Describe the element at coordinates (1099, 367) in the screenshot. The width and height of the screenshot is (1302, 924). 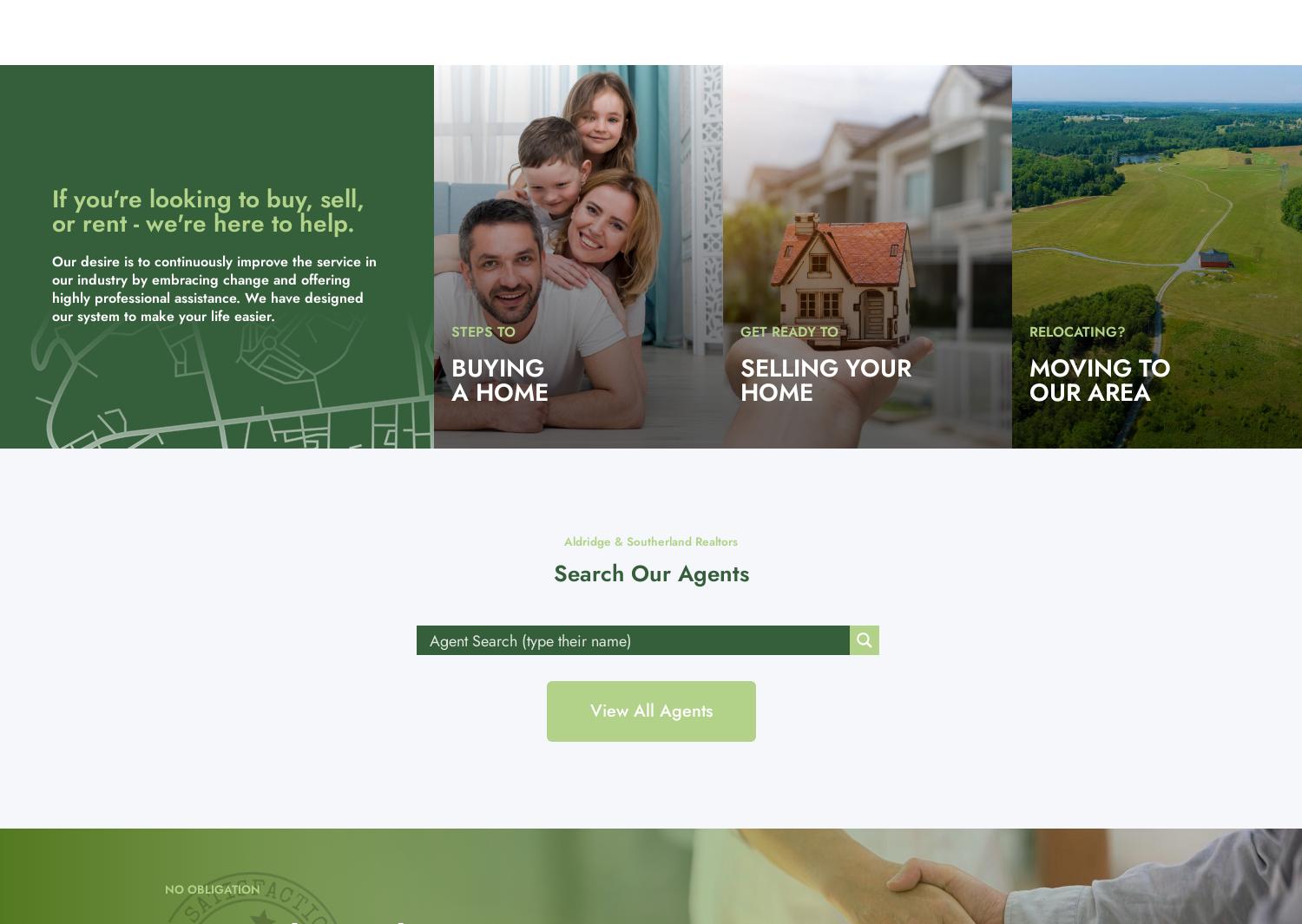
I see `'MOVING TO'` at that location.